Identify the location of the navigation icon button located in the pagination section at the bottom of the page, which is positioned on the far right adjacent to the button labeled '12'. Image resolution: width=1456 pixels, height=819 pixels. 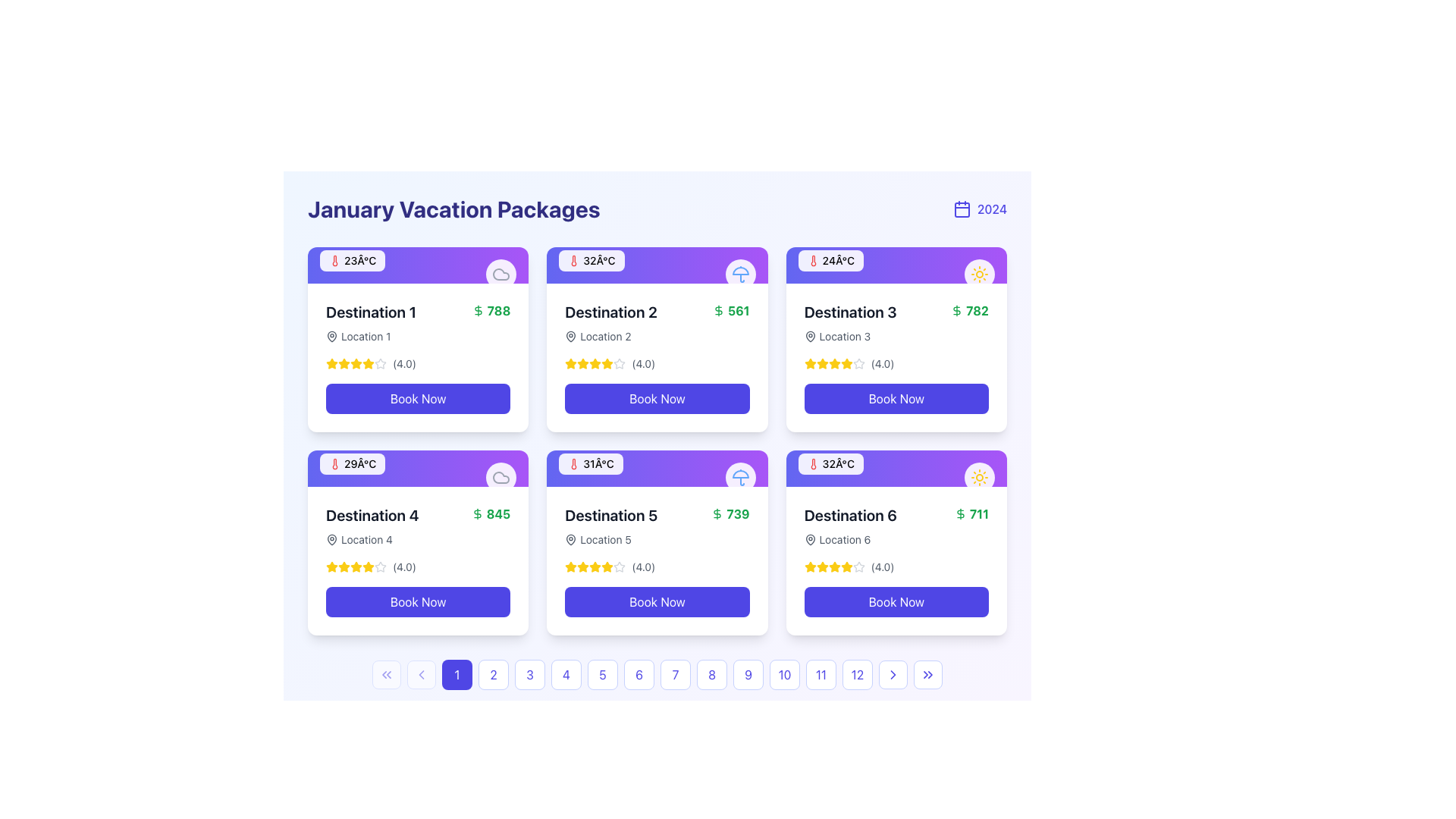
(893, 674).